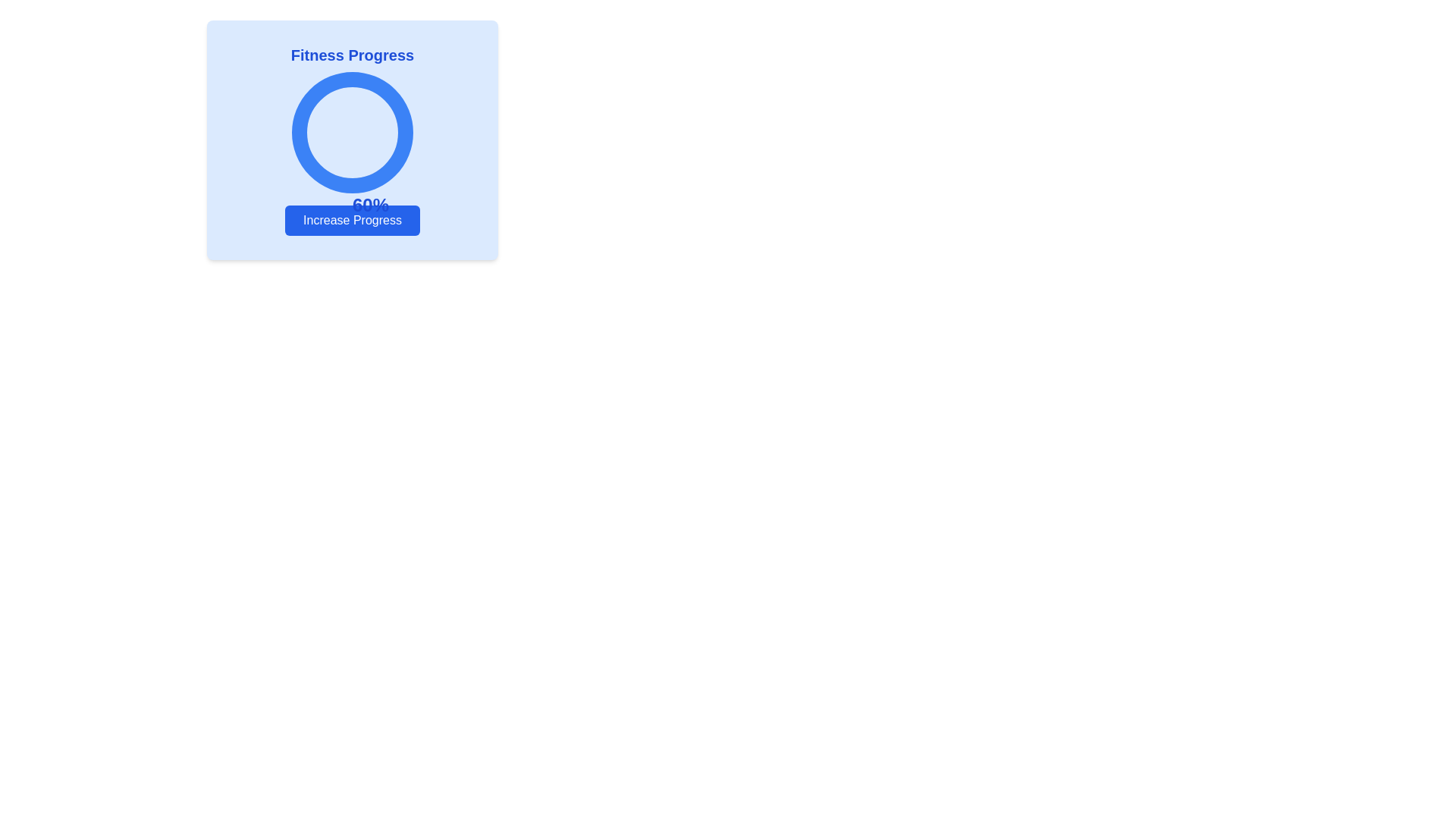 Image resolution: width=1456 pixels, height=819 pixels. Describe the element at coordinates (352, 220) in the screenshot. I see `the 'Increase Progress' button, which has a blue background and white text, located below the '60%' text and circular progress indicator` at that location.